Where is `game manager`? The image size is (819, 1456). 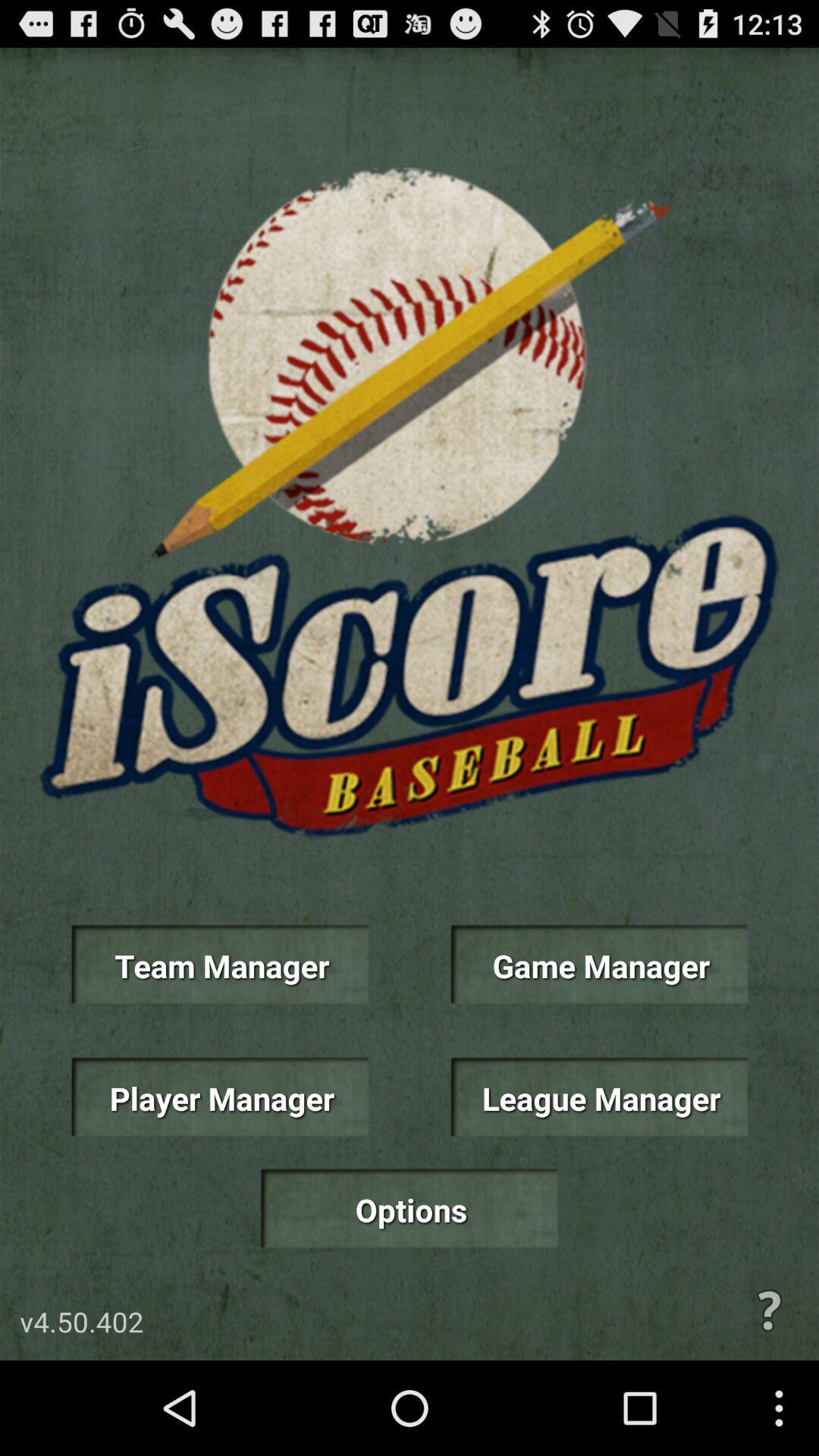 game manager is located at coordinates (598, 964).